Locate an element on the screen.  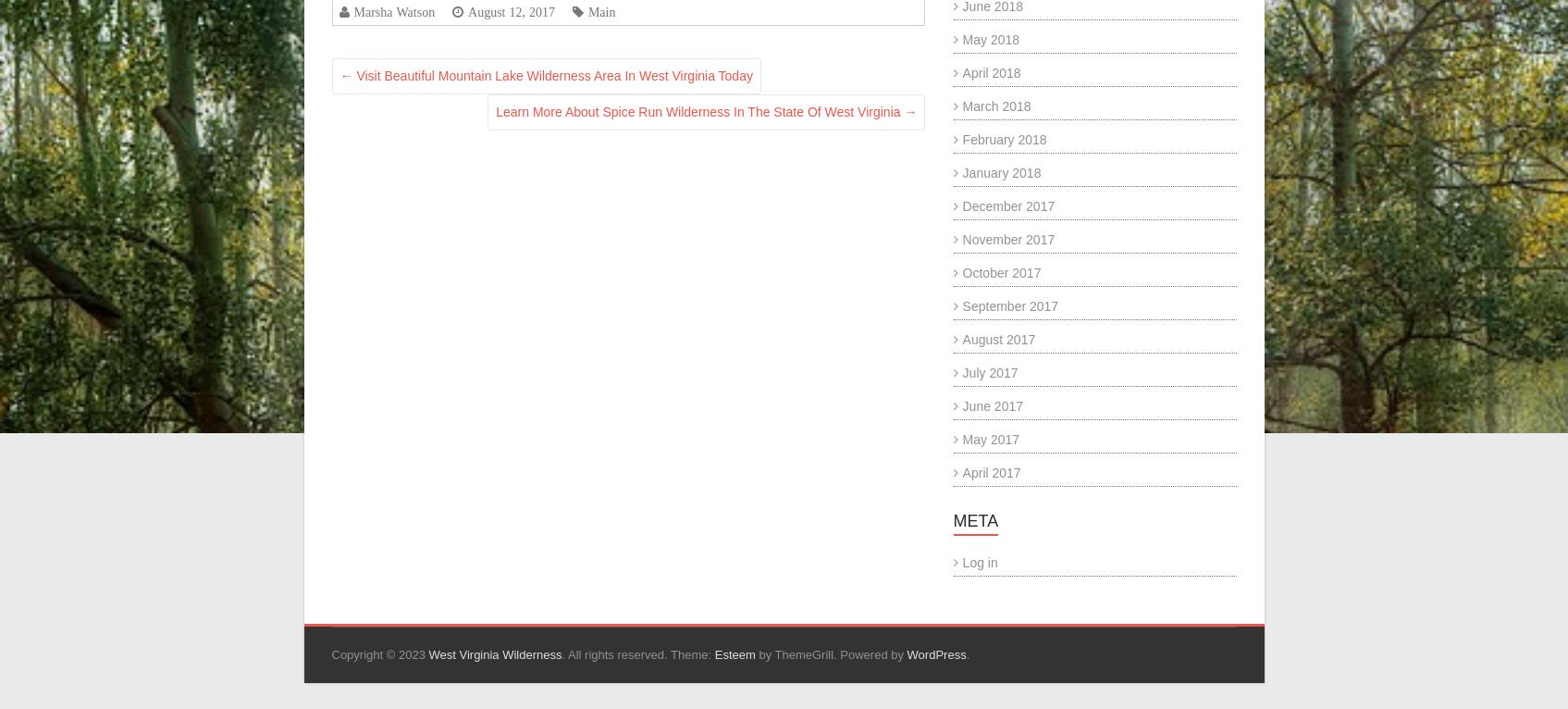
'January 2018' is located at coordinates (1001, 171).